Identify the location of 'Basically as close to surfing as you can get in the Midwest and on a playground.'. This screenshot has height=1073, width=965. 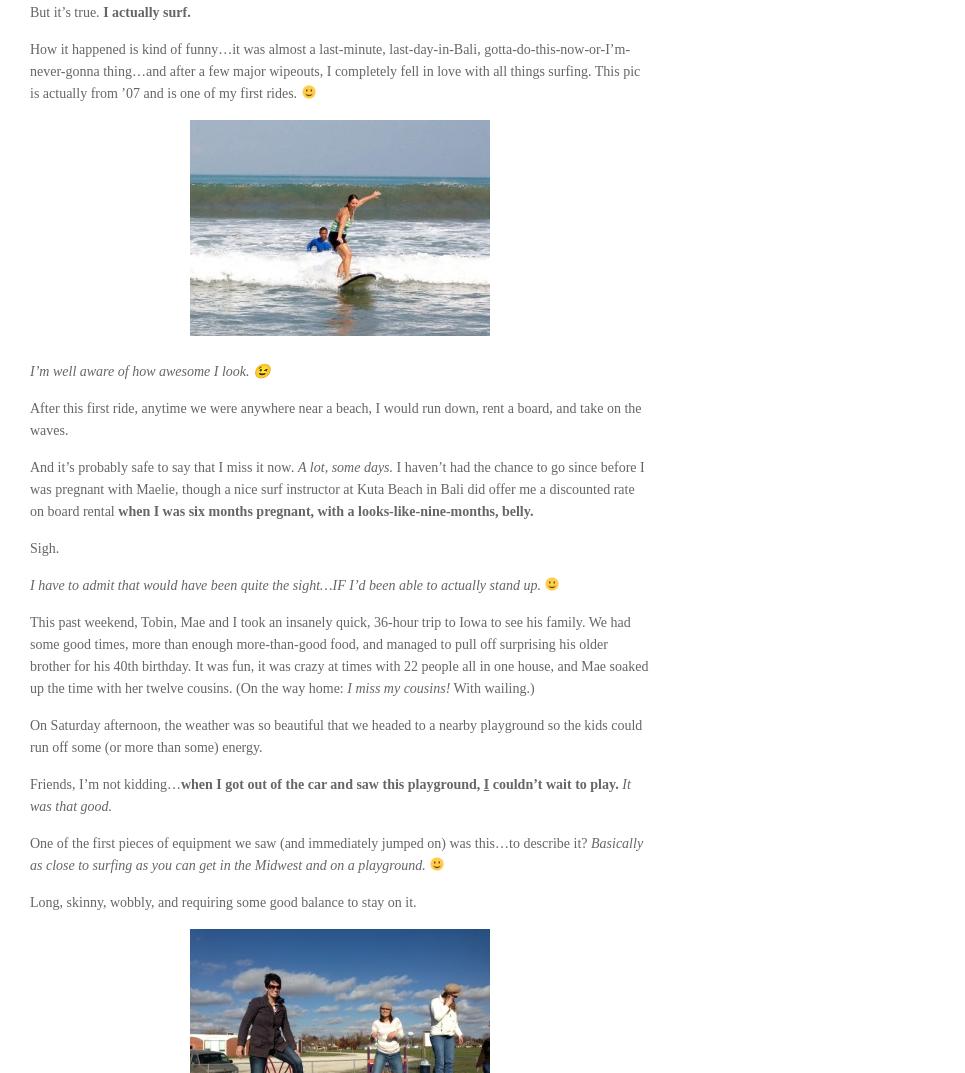
(29, 853).